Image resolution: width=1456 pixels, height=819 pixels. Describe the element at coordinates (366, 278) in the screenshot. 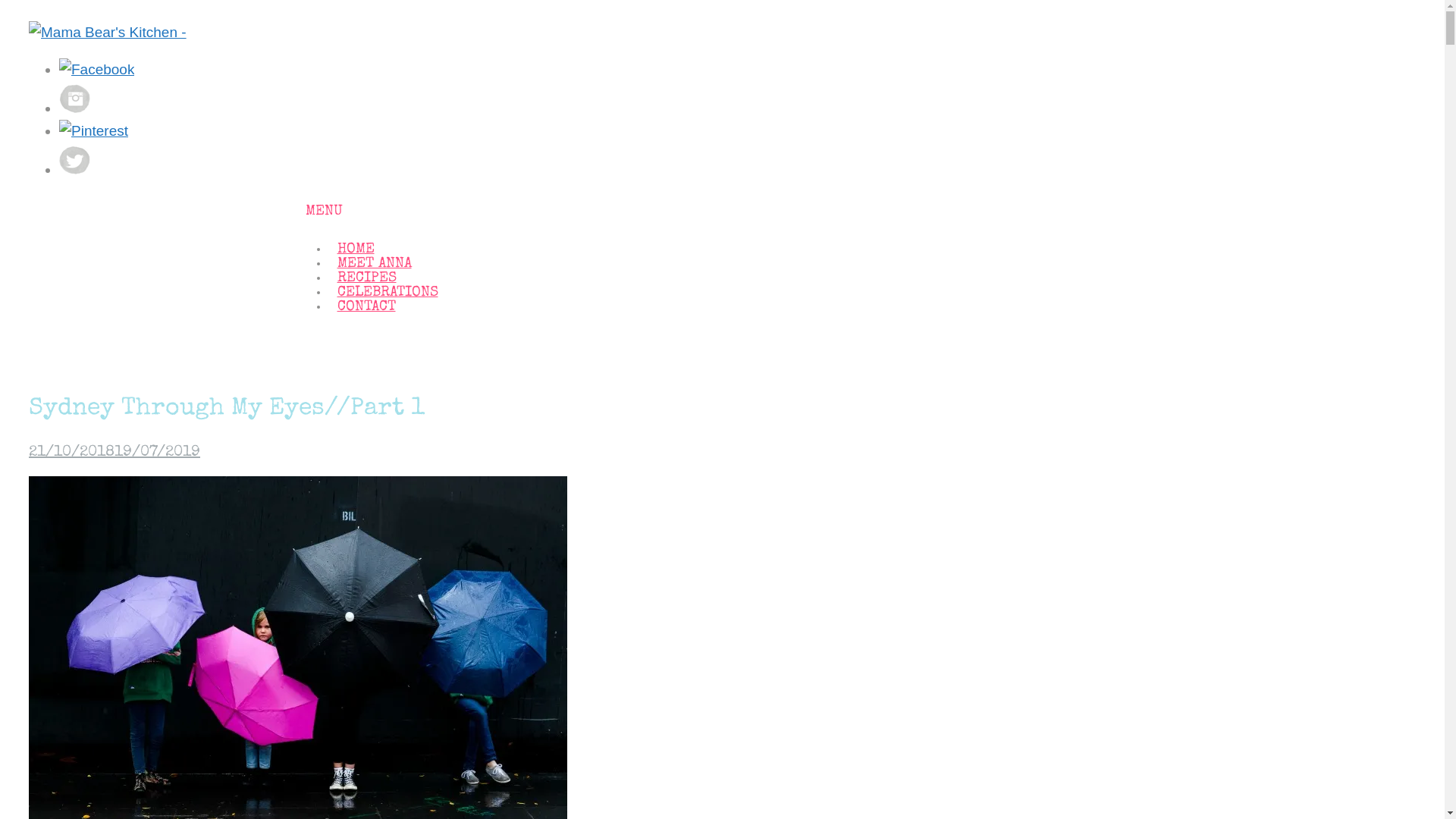

I see `'RECIPES'` at that location.